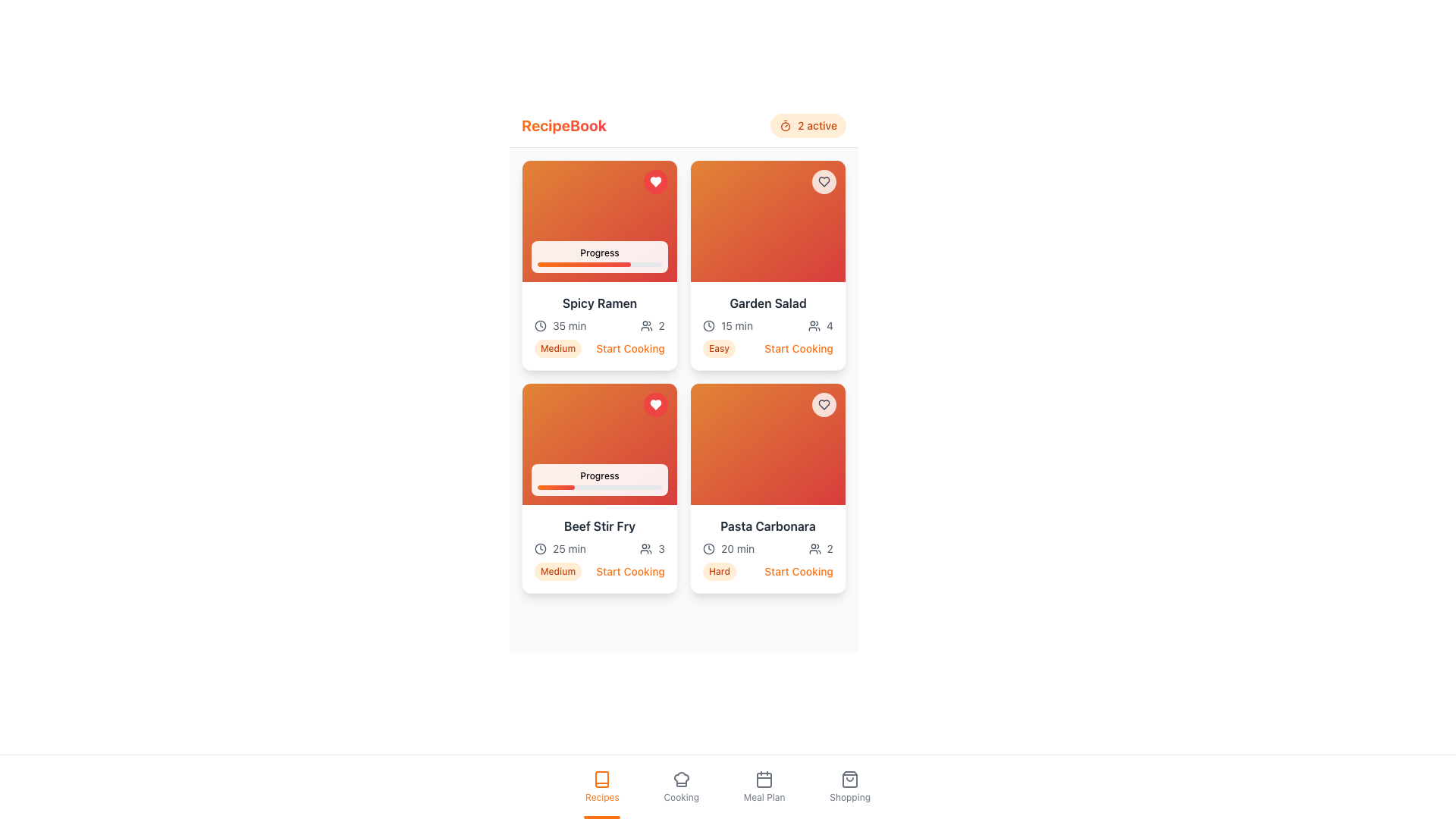  Describe the element at coordinates (601, 797) in the screenshot. I see `the text label displaying 'Recipes' in orange color, positioned below a book icon in the navigation bar` at that location.